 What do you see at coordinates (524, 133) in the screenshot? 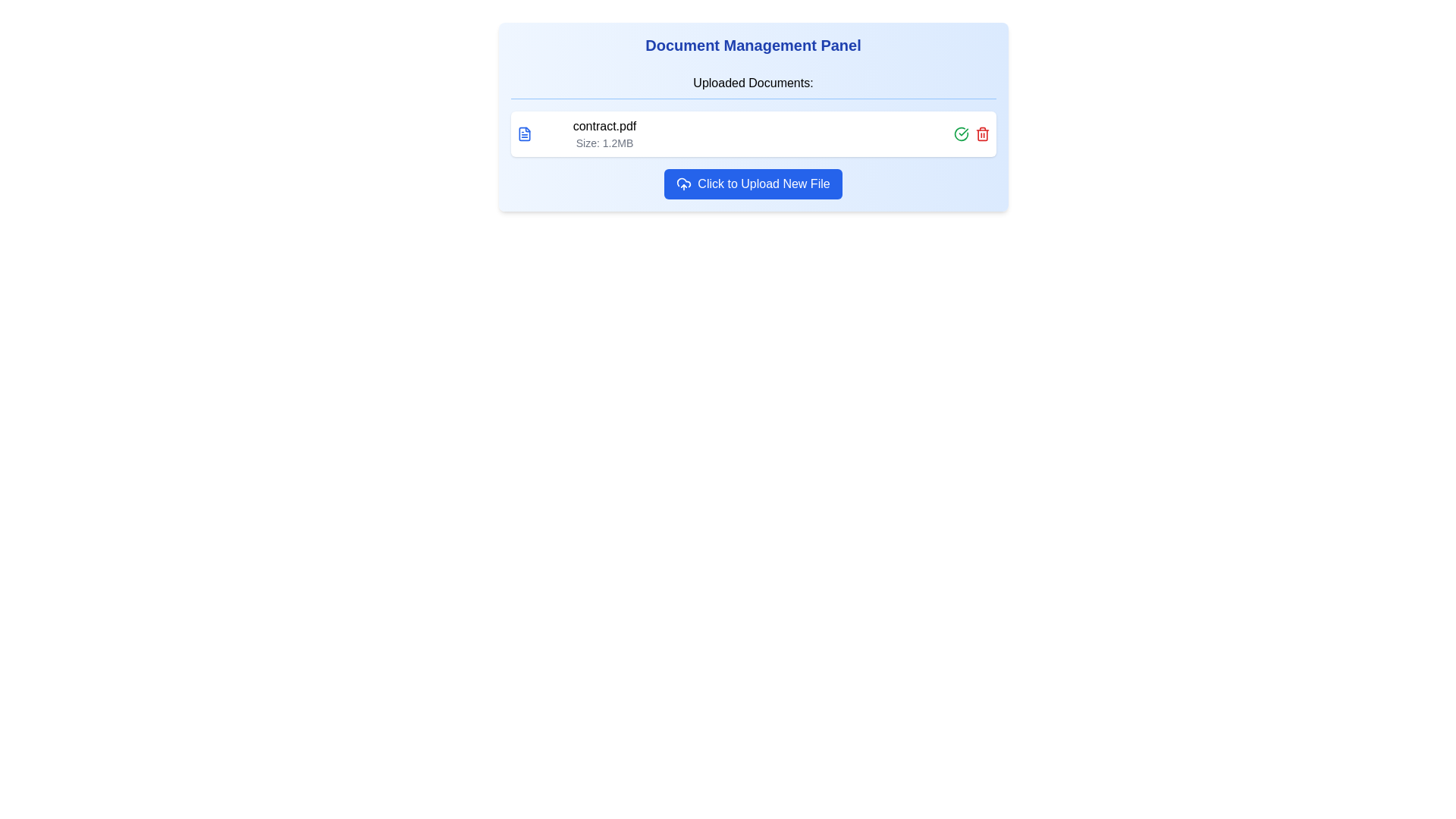
I see `the blue document icon located in the uploaded documents section, which is positioned immediately to the left of the text 'contract.pdf' and 'Size: 1.2MB'` at bounding box center [524, 133].